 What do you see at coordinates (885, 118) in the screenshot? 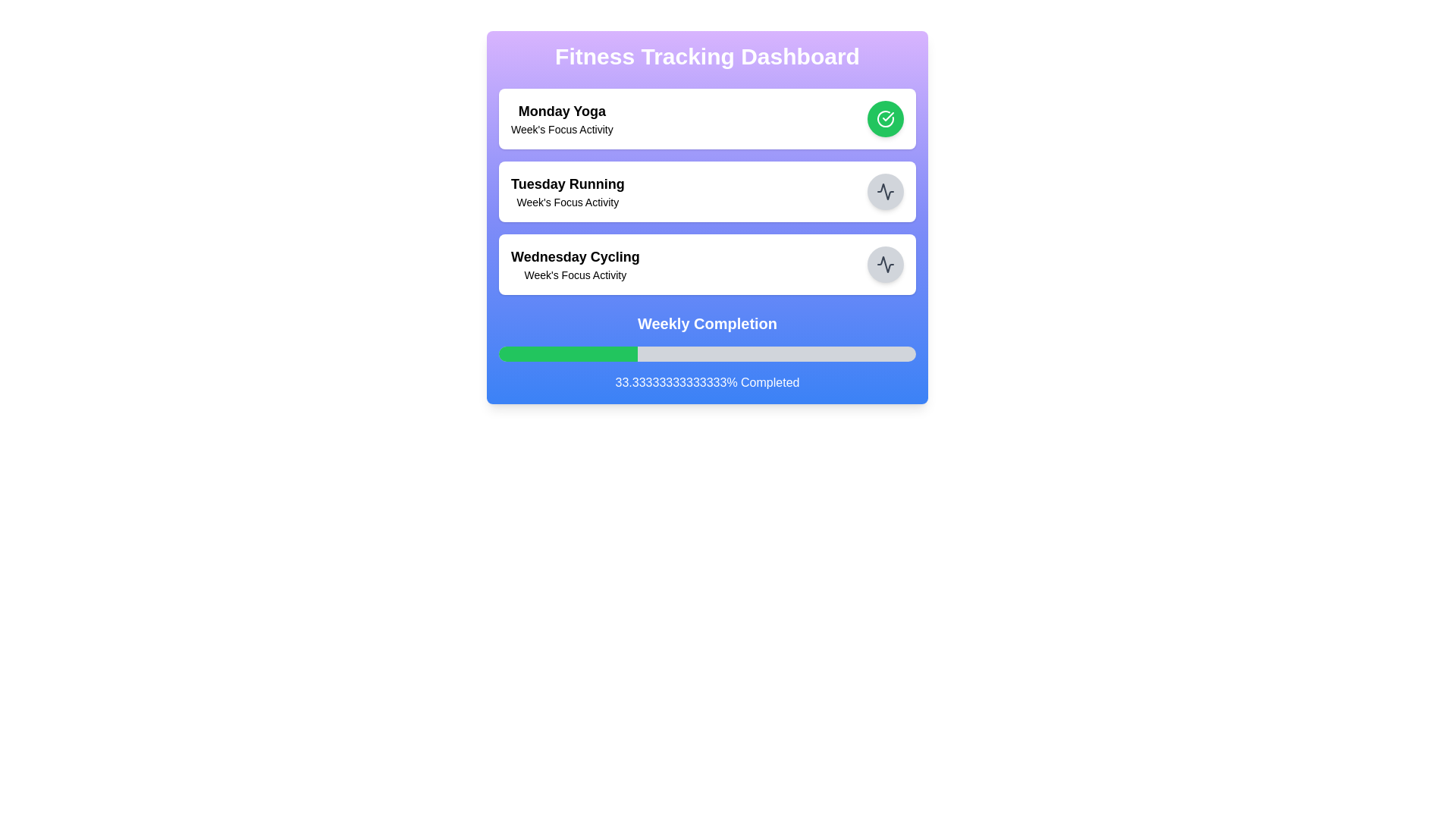
I see `the button in the top right corner of the 'Monday Yoga' row to mark the activity as completed` at bounding box center [885, 118].